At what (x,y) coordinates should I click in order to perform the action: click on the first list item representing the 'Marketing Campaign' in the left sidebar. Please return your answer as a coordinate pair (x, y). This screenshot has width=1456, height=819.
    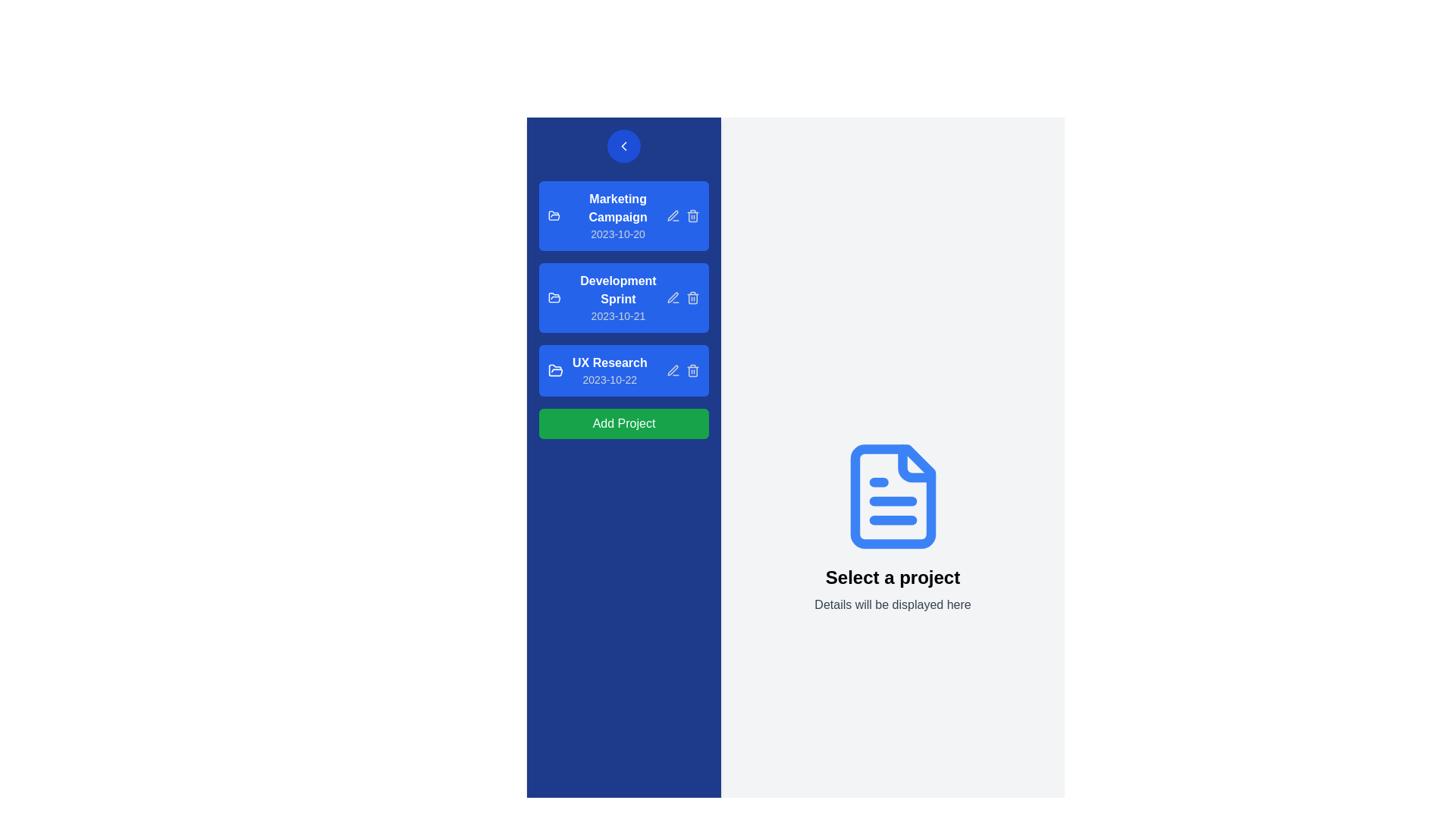
    Looking at the image, I should click on (623, 216).